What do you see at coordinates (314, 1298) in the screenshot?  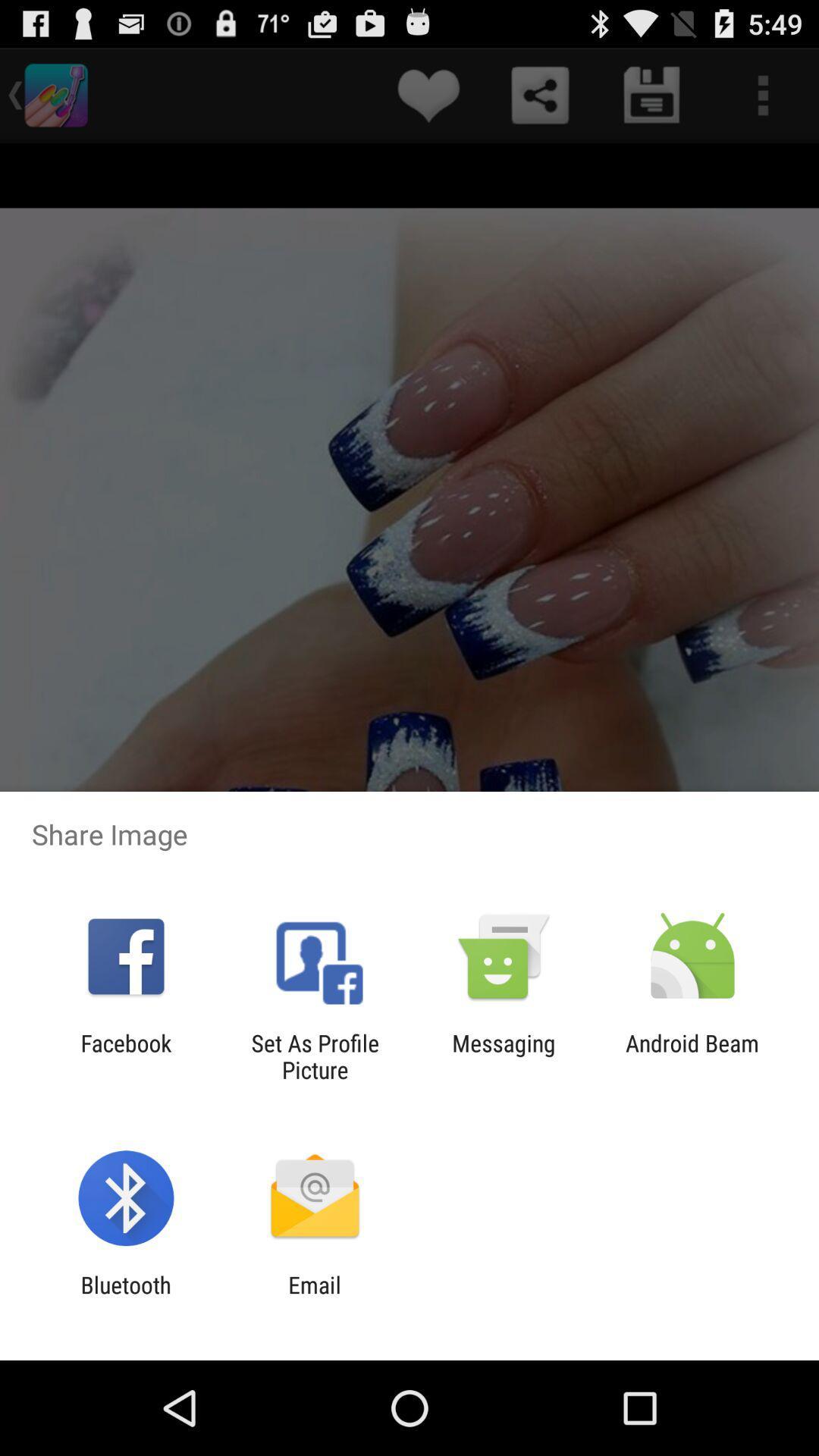 I see `the icon next to the bluetooth icon` at bounding box center [314, 1298].